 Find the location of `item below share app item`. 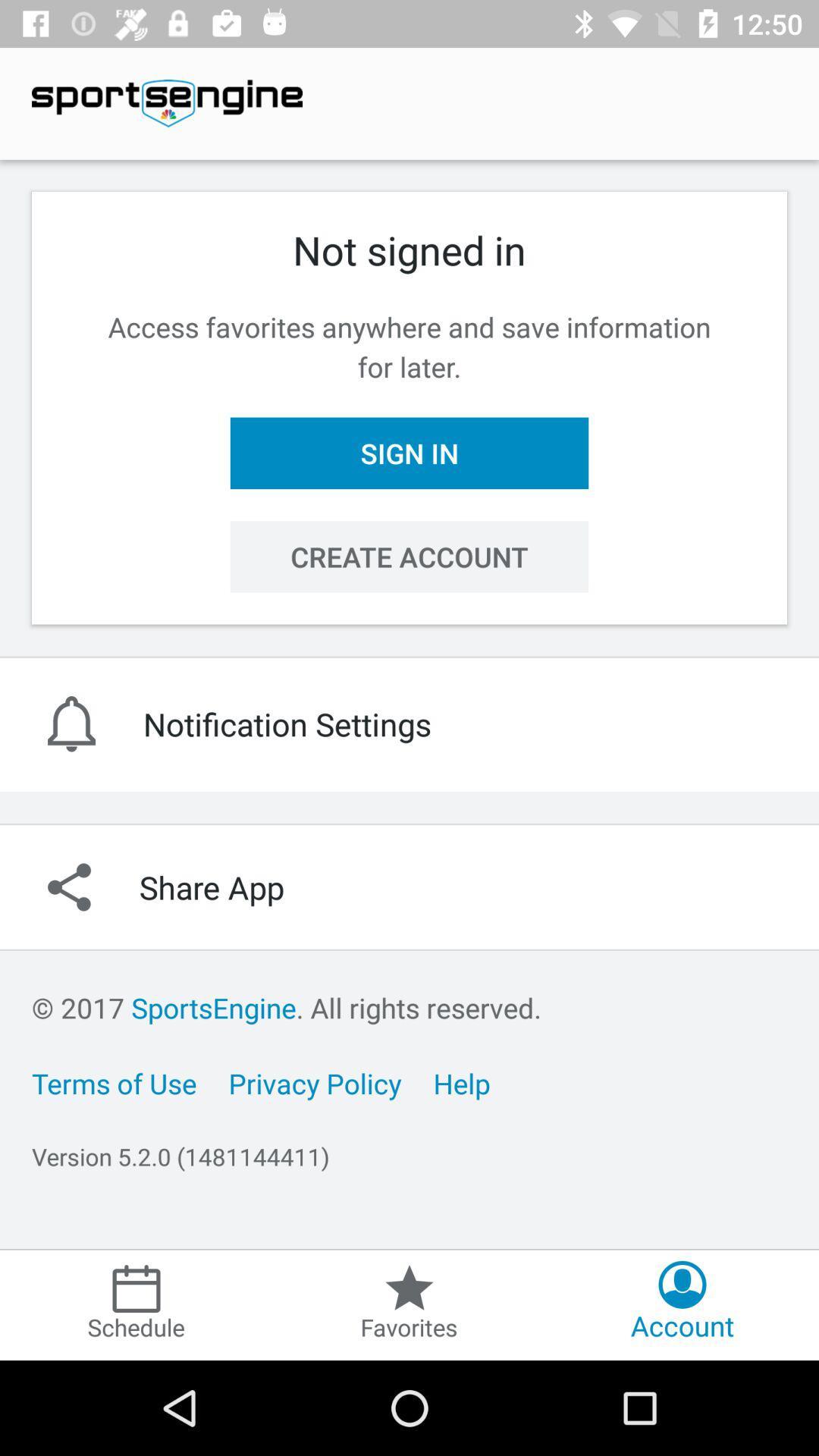

item below share app item is located at coordinates (287, 1008).